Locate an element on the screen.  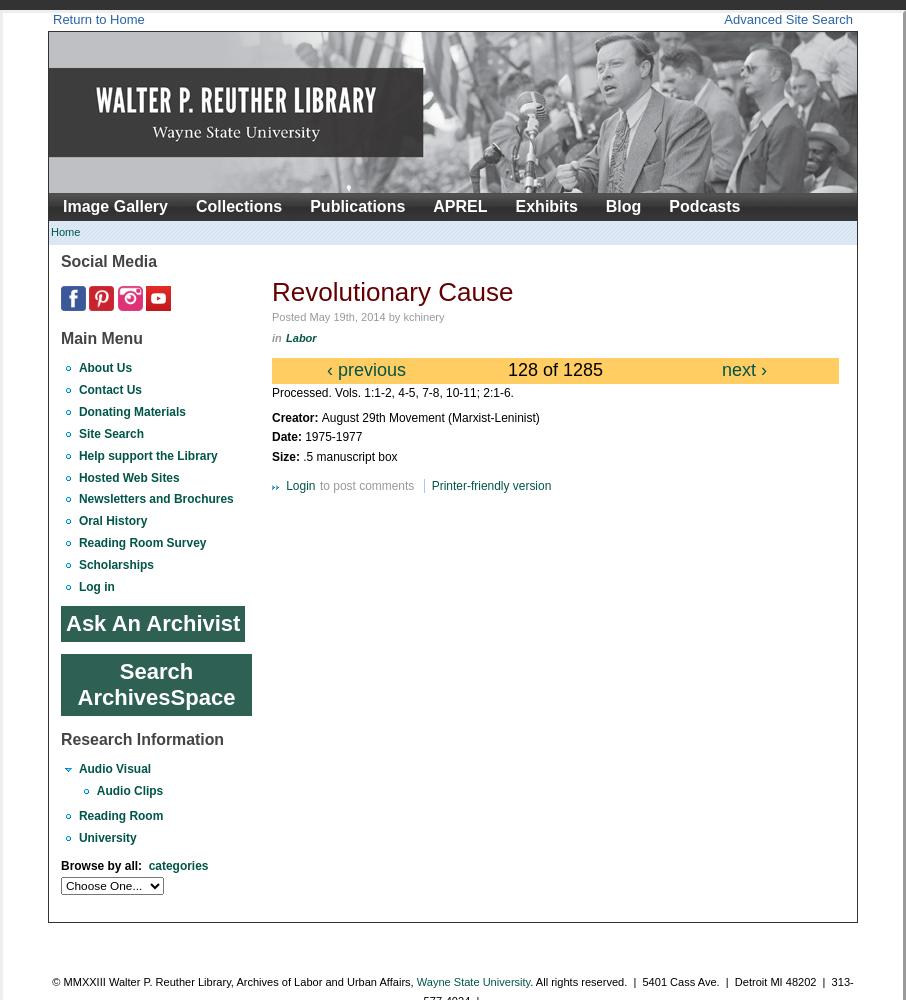
'Browse by all:' is located at coordinates (60, 865).